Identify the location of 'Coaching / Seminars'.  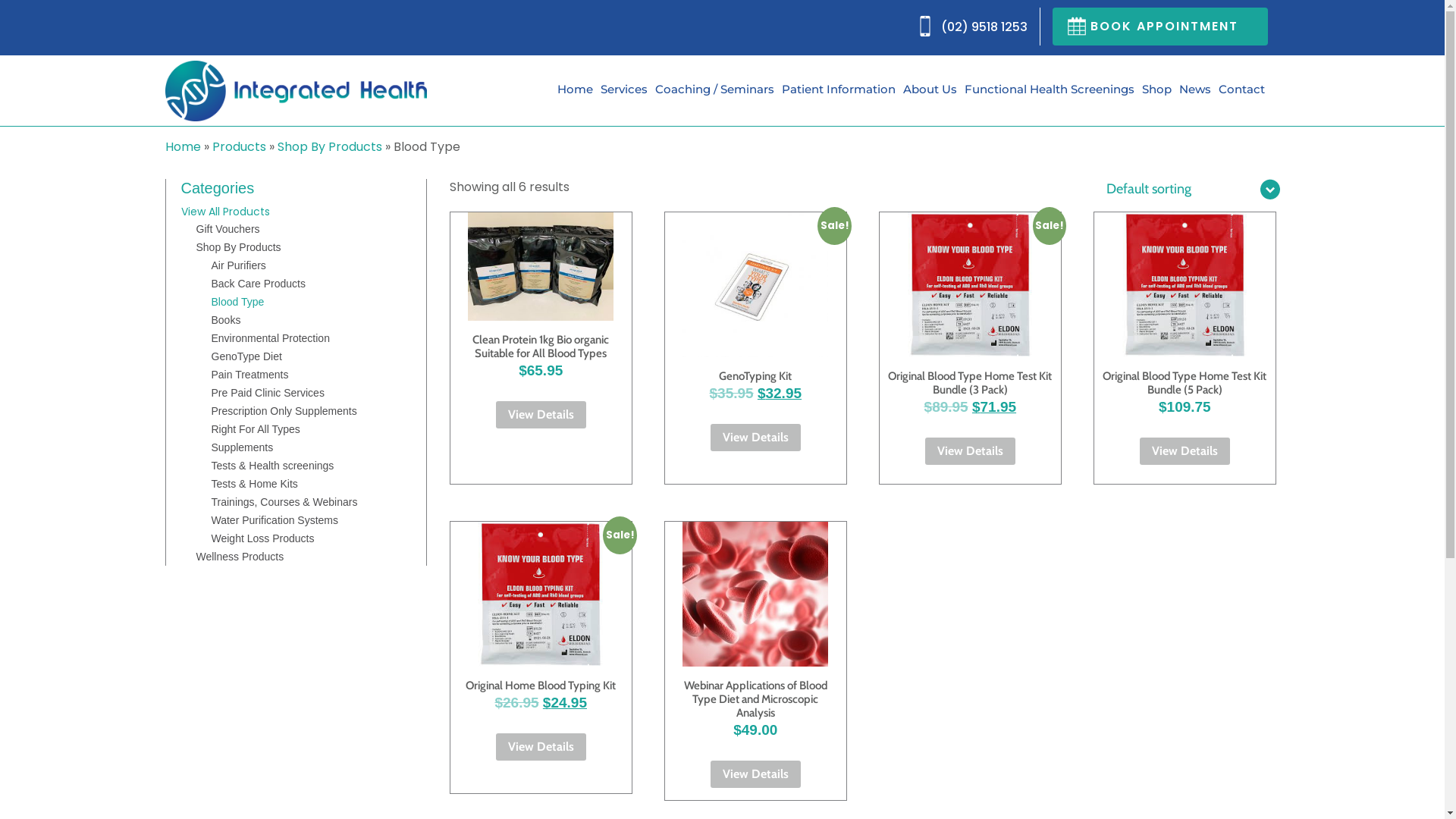
(714, 89).